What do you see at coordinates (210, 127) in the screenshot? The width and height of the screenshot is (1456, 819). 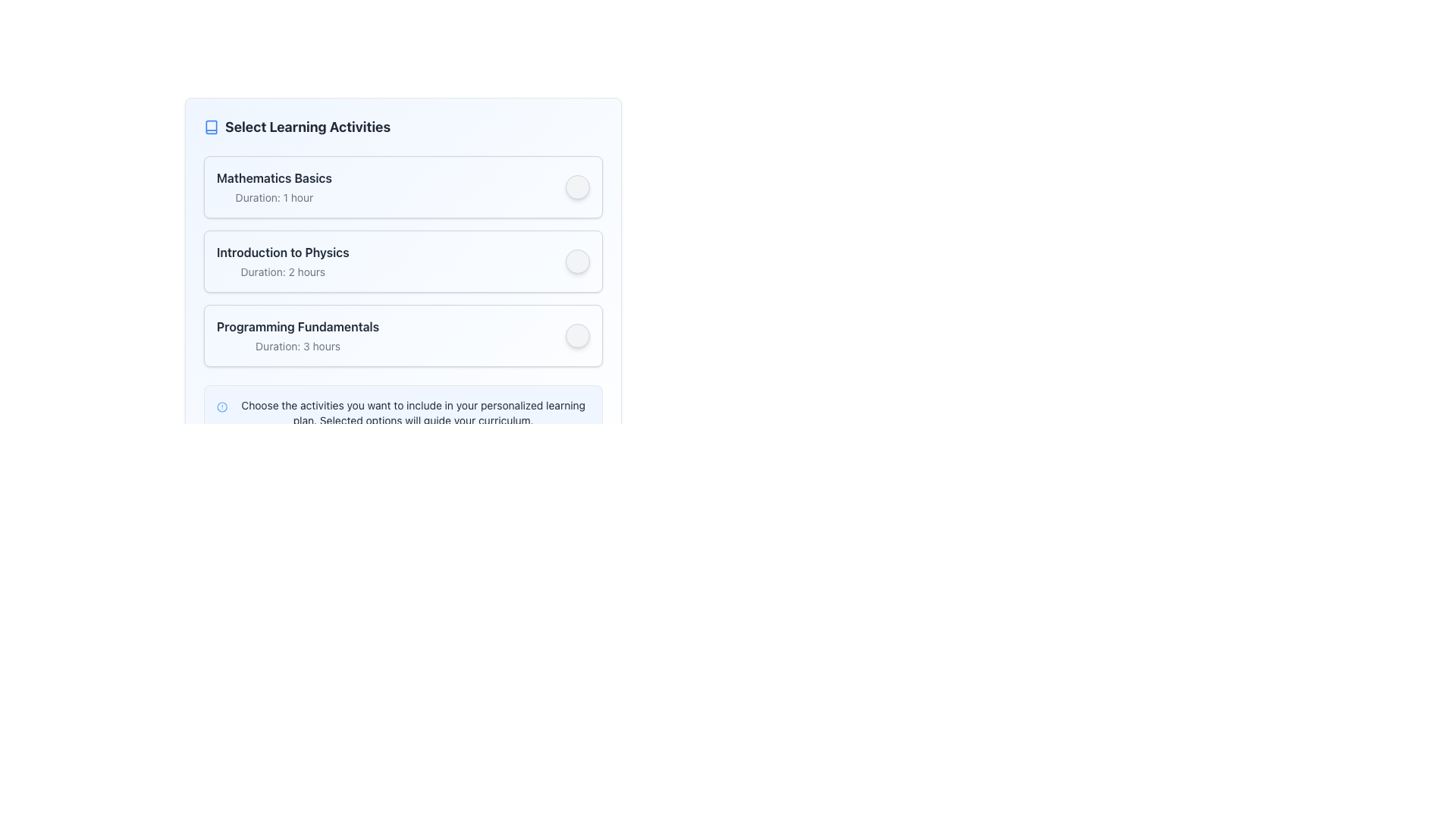 I see `the small blue book icon located to the left of the 'Select Learning Activities' heading` at bounding box center [210, 127].